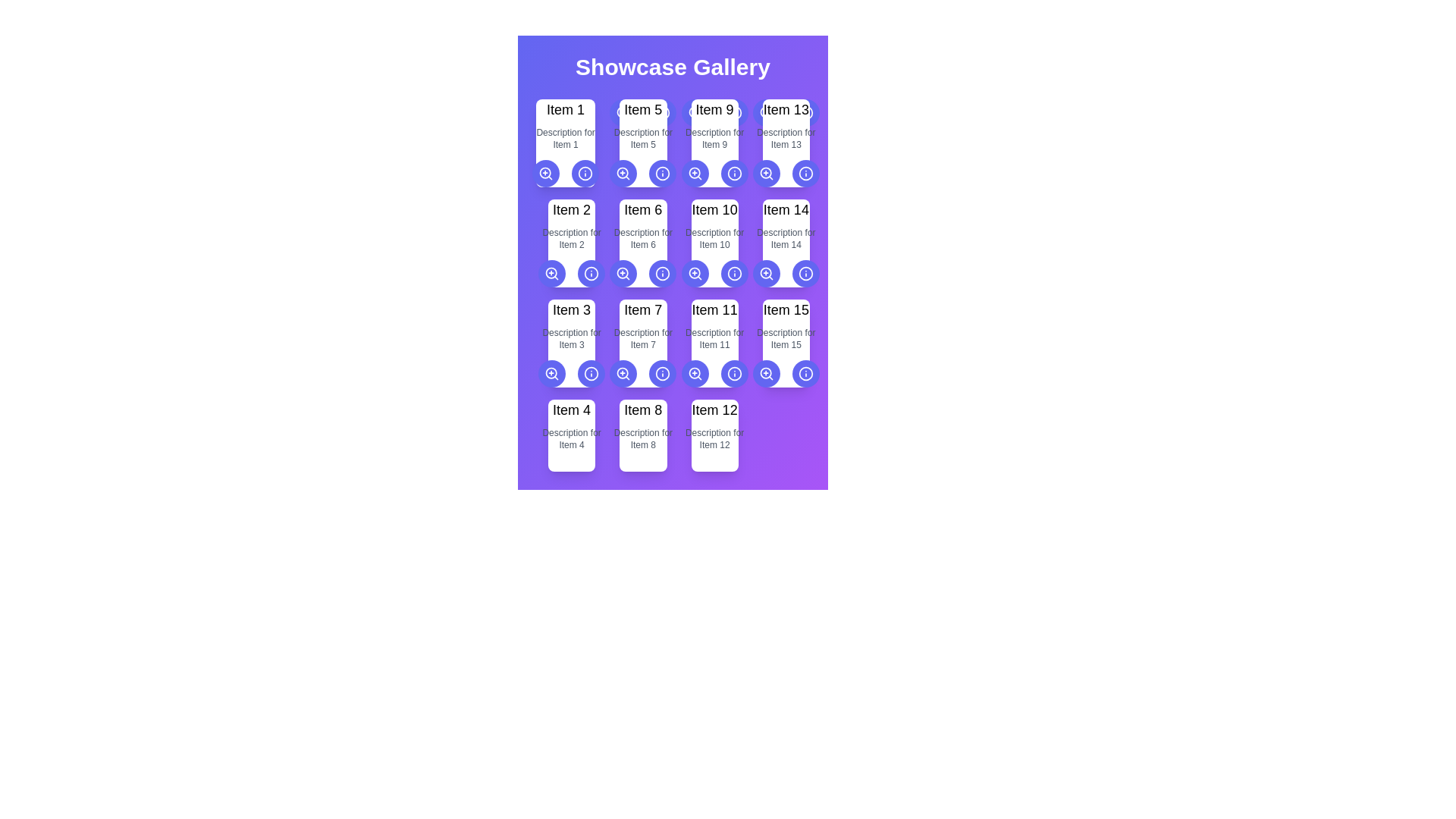 The image size is (1456, 819). What do you see at coordinates (786, 239) in the screenshot?
I see `the text label that provides a brief description of 'Item 14', located beneath the title within the card structure` at bounding box center [786, 239].